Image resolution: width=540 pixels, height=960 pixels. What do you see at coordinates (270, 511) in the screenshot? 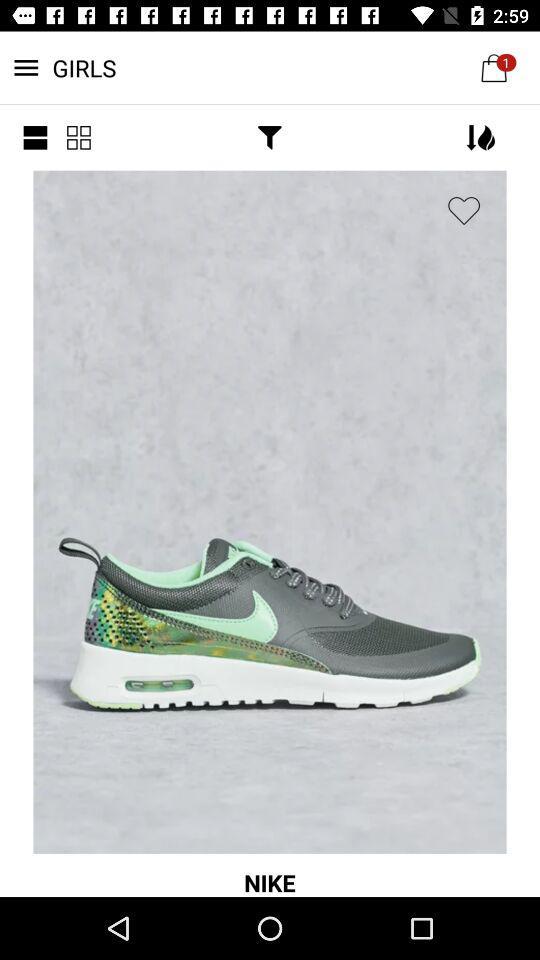
I see `the image above nike` at bounding box center [270, 511].